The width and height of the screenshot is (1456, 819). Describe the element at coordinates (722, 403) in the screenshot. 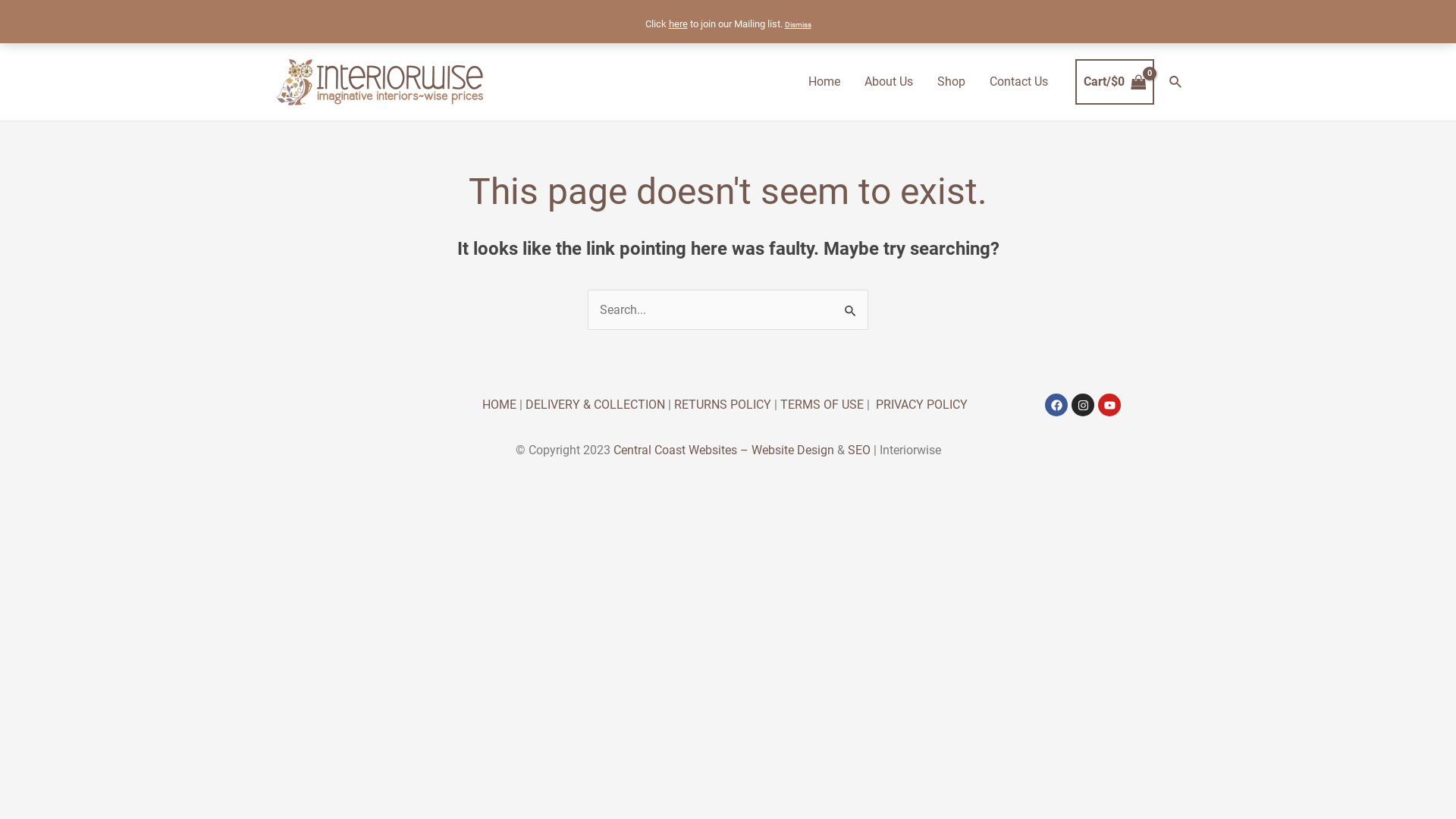

I see `'RETURNS POLICY'` at that location.